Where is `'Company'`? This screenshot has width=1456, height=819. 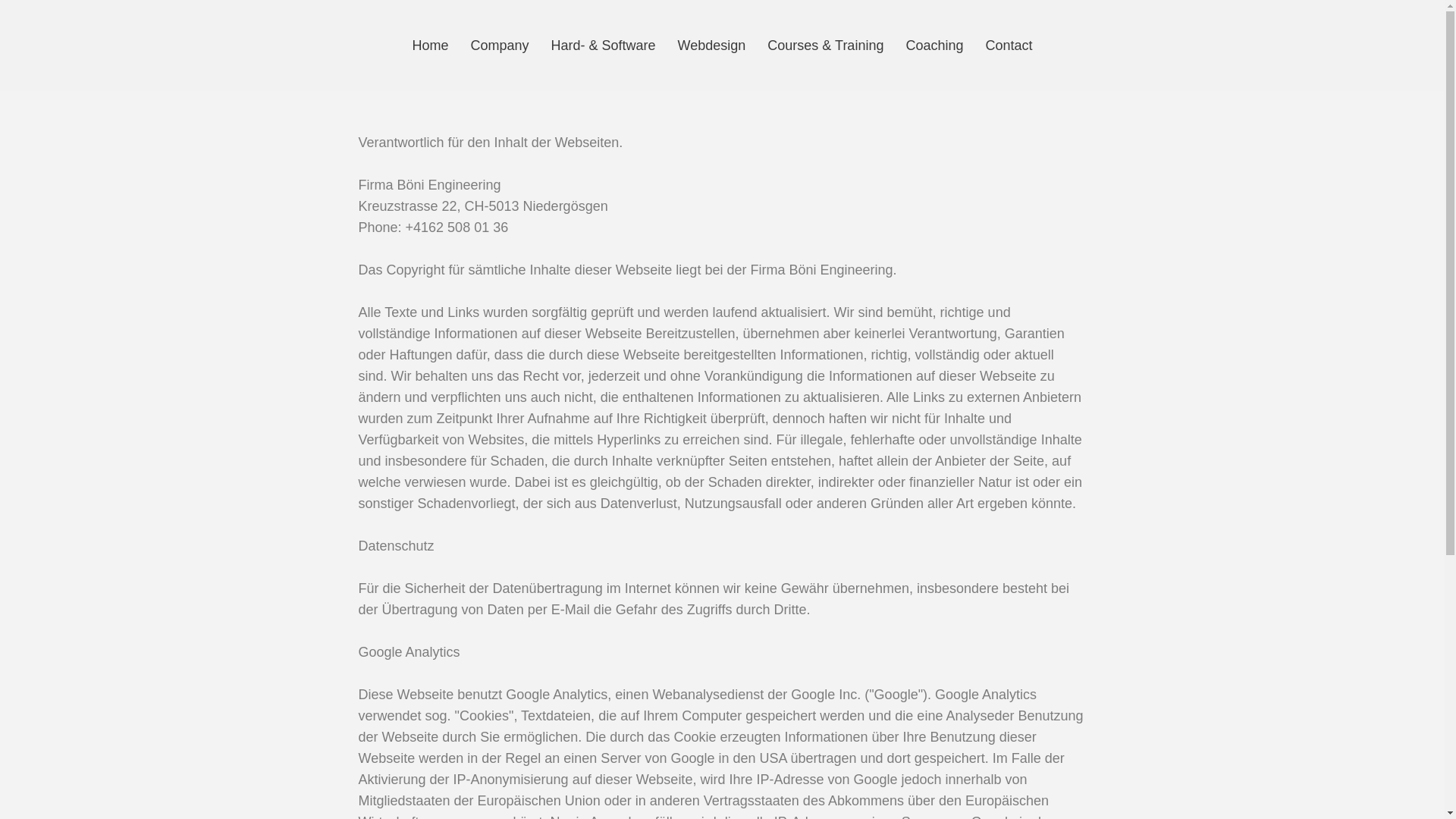
'Company' is located at coordinates (499, 45).